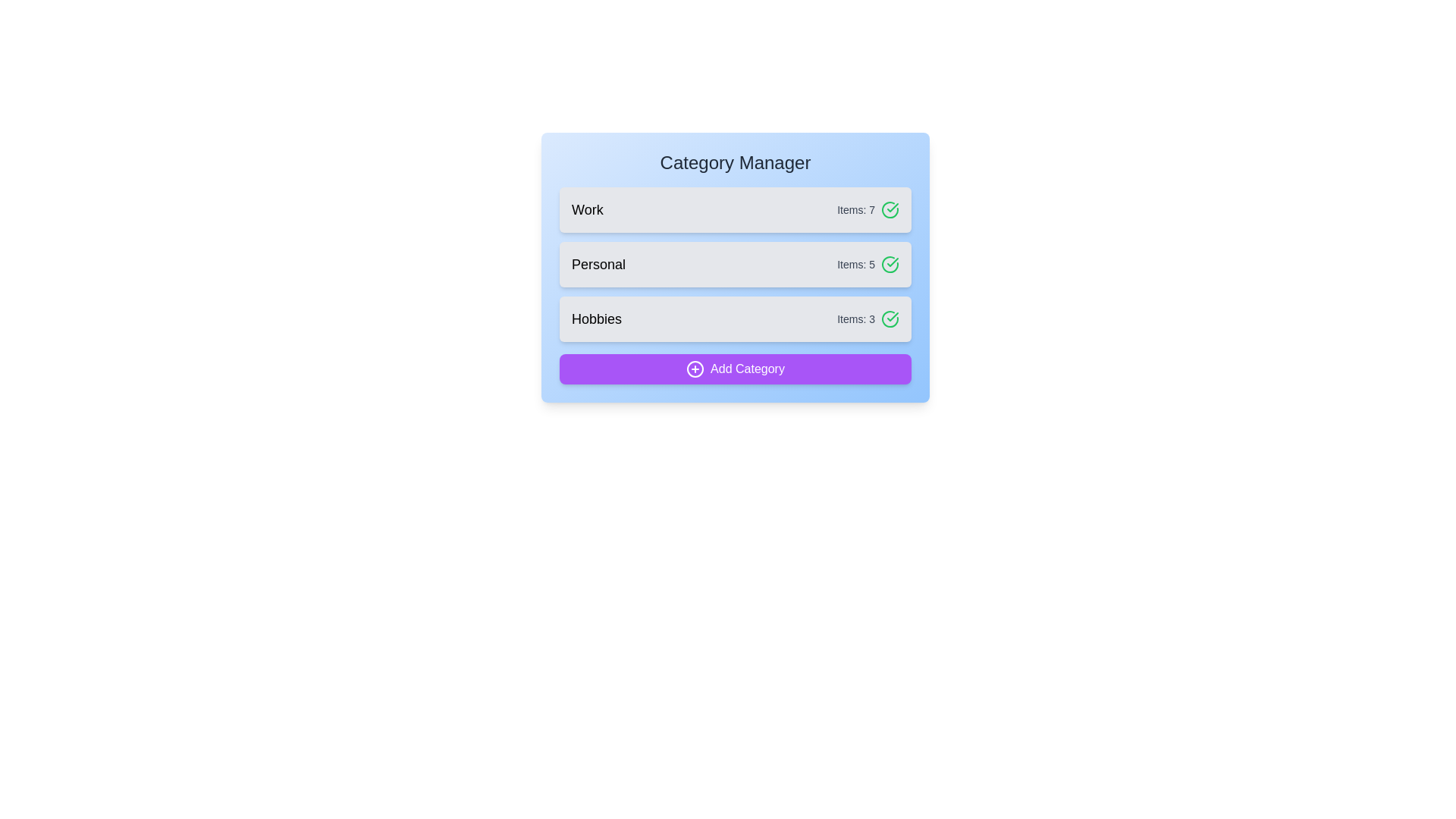 This screenshot has width=1456, height=819. Describe the element at coordinates (890, 263) in the screenshot. I see `checkmark icon next to the Personal category` at that location.